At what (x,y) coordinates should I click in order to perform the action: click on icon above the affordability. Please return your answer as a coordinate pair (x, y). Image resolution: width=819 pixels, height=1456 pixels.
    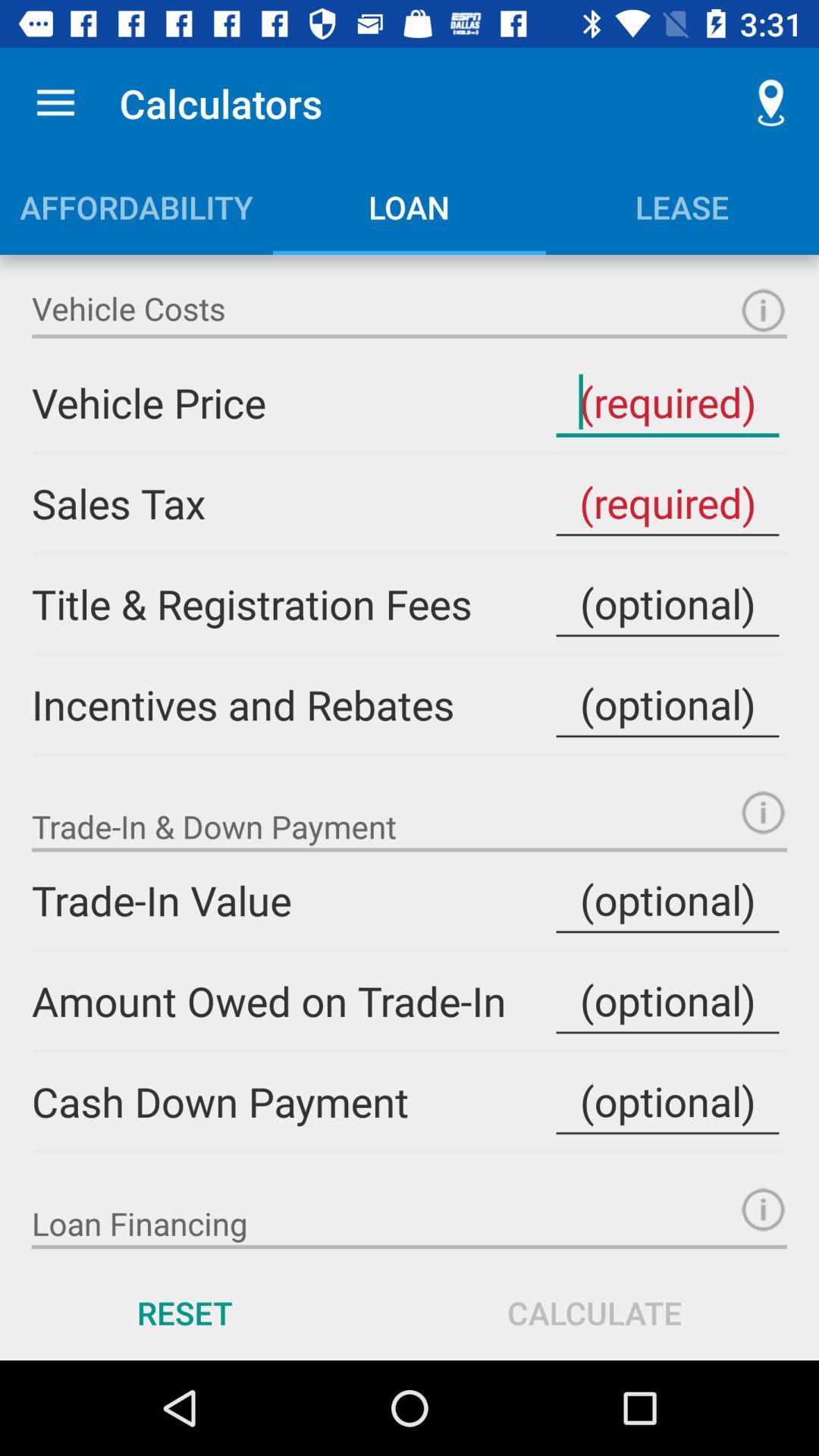
    Looking at the image, I should click on (55, 102).